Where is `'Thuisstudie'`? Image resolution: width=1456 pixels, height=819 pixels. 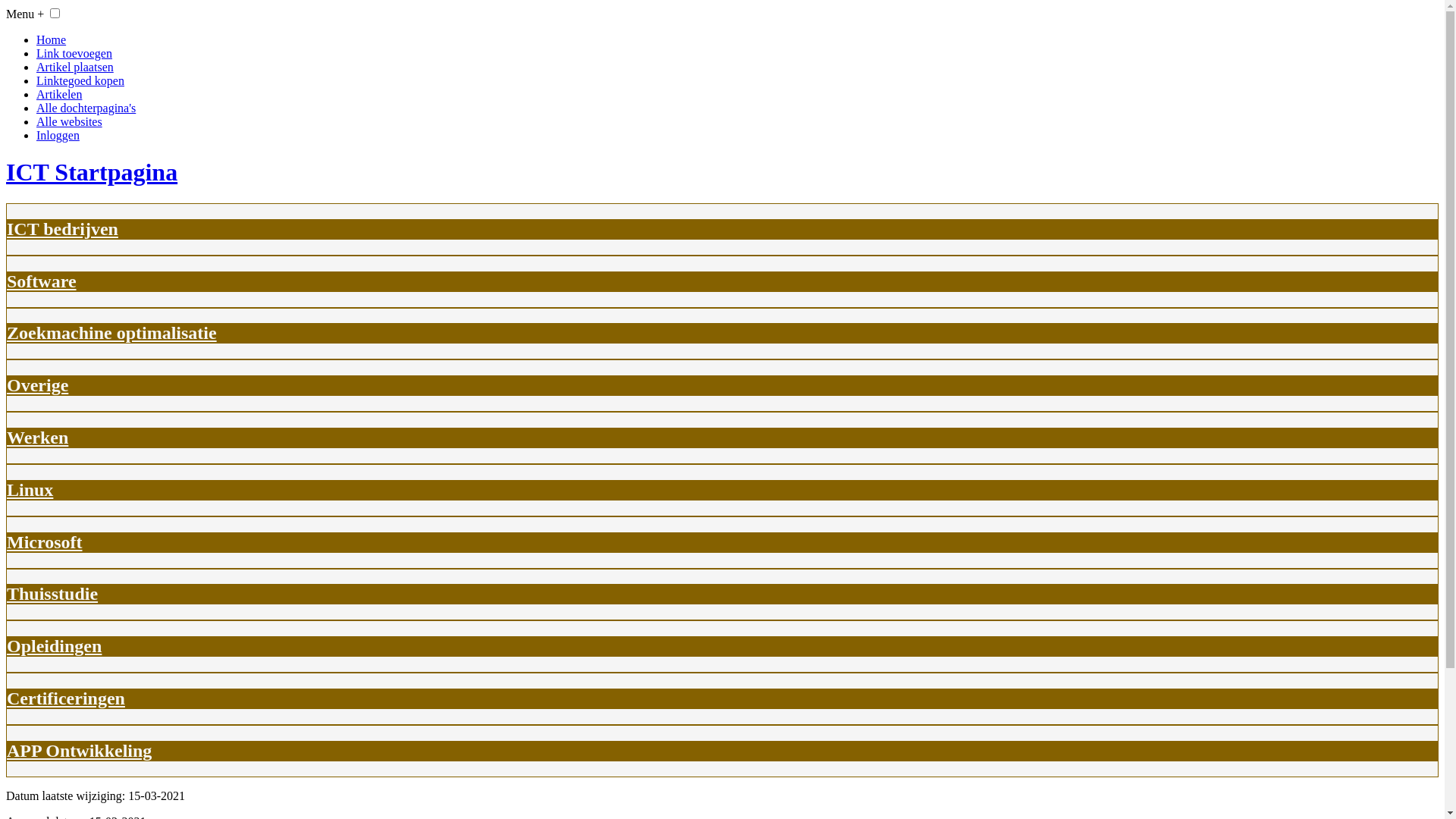
'Thuisstudie' is located at coordinates (7, 593).